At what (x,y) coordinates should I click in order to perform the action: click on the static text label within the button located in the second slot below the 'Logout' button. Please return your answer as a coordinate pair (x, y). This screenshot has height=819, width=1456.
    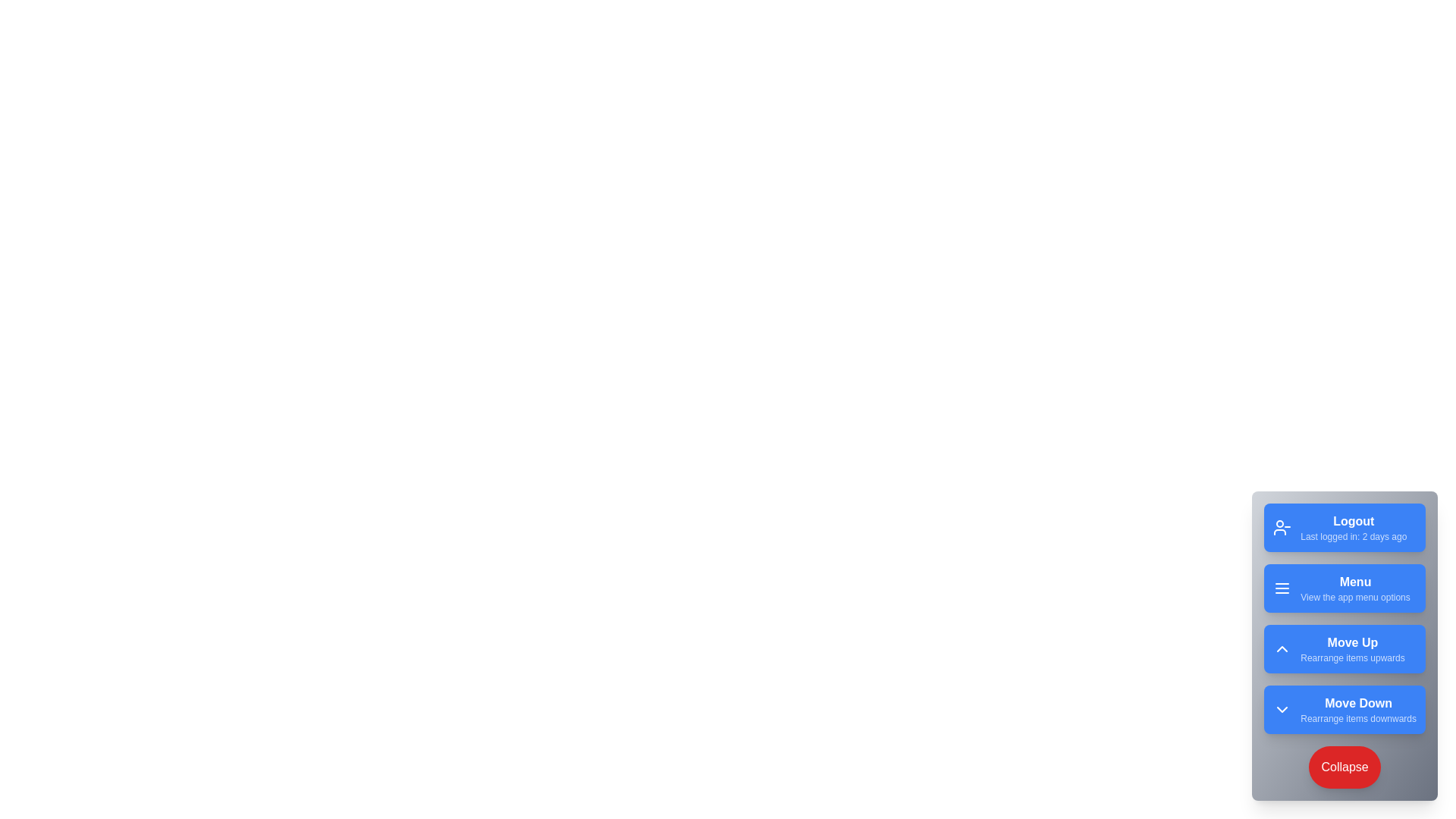
    Looking at the image, I should click on (1354, 581).